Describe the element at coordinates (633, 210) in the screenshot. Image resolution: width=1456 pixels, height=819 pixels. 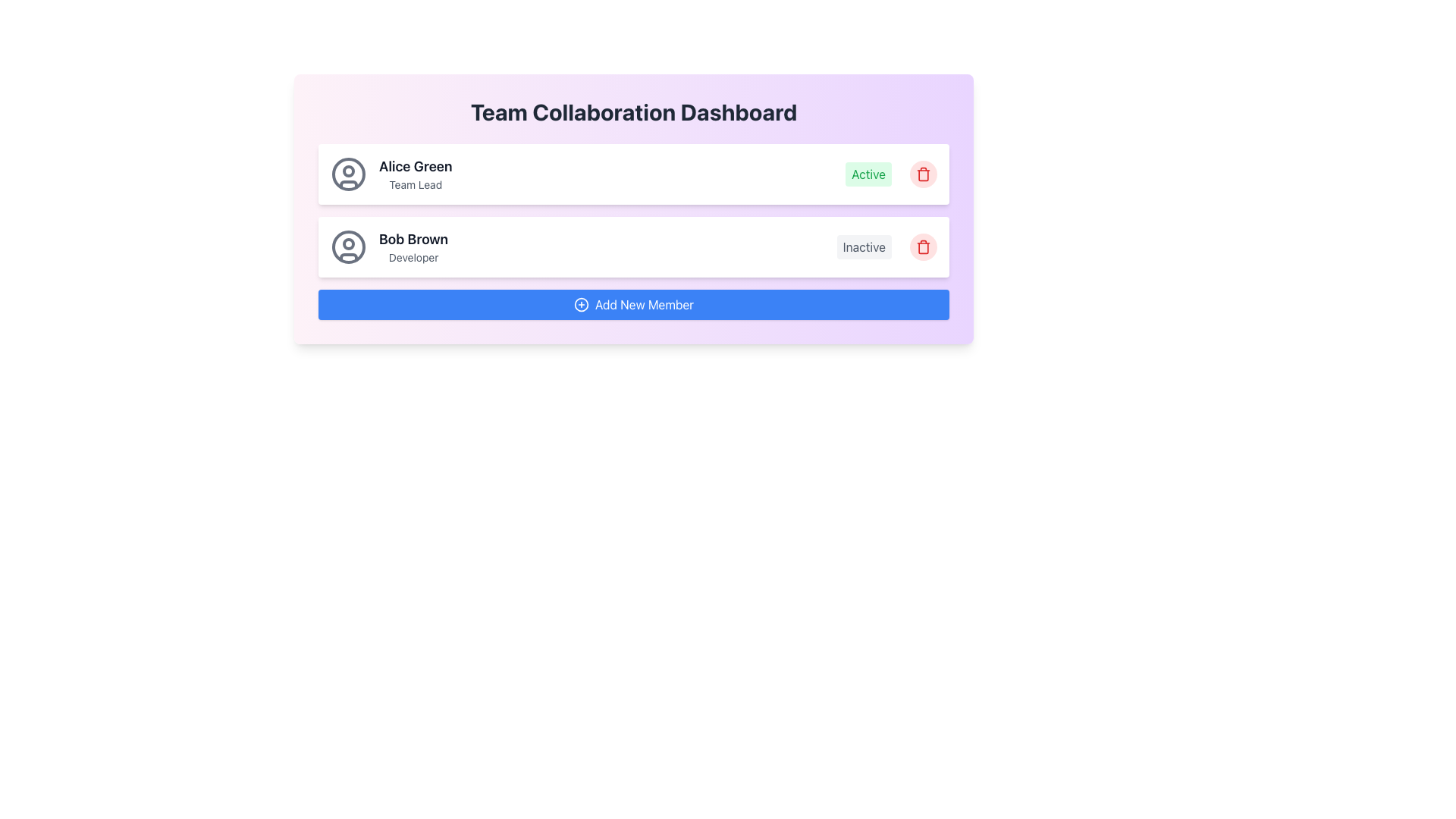
I see `displayed information from the user entry list, specifically from the top item showing 'Alice Green', 'Team Lead', and 'Active' status` at that location.